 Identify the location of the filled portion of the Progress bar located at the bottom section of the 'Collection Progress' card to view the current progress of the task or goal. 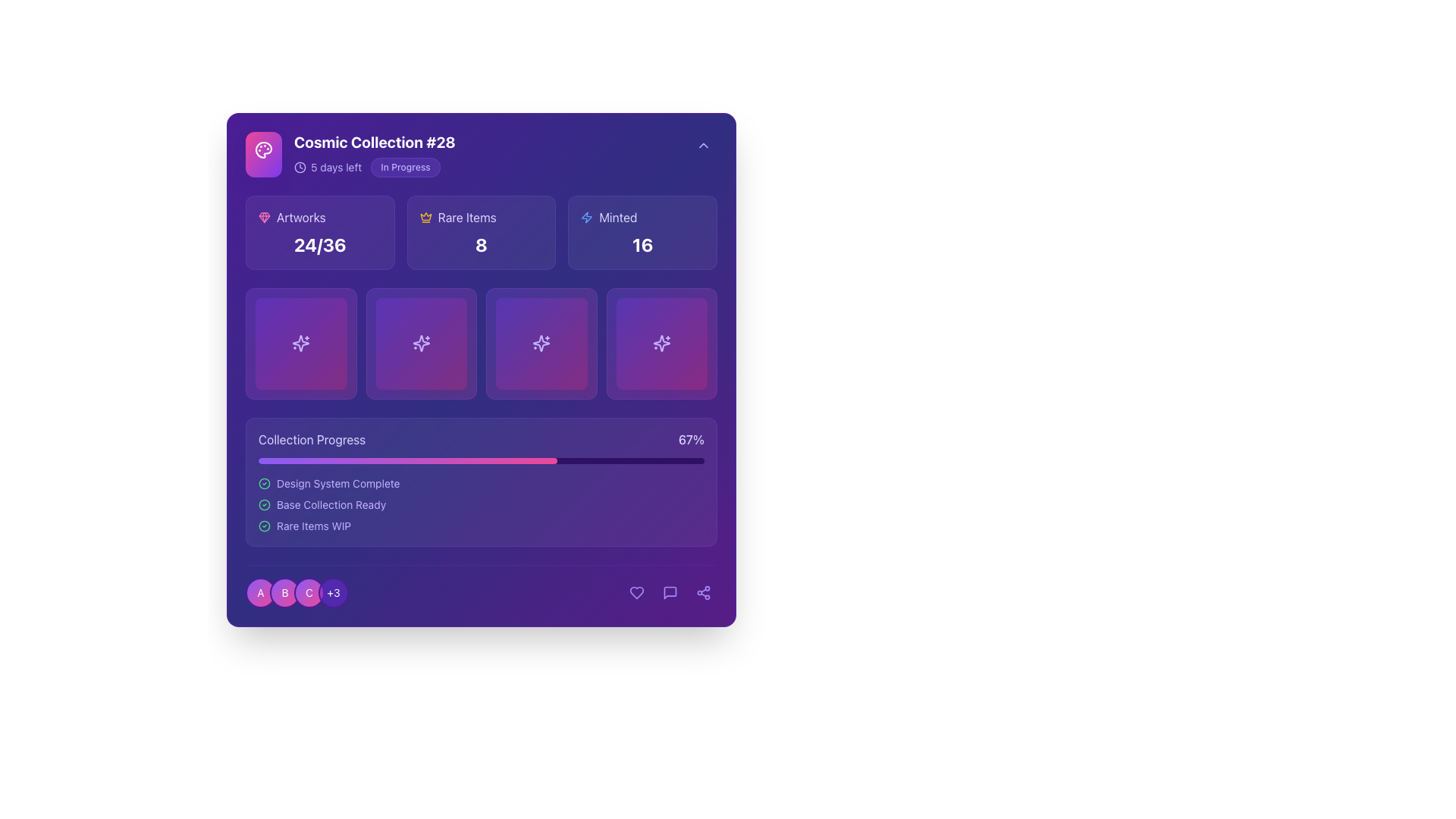
(407, 460).